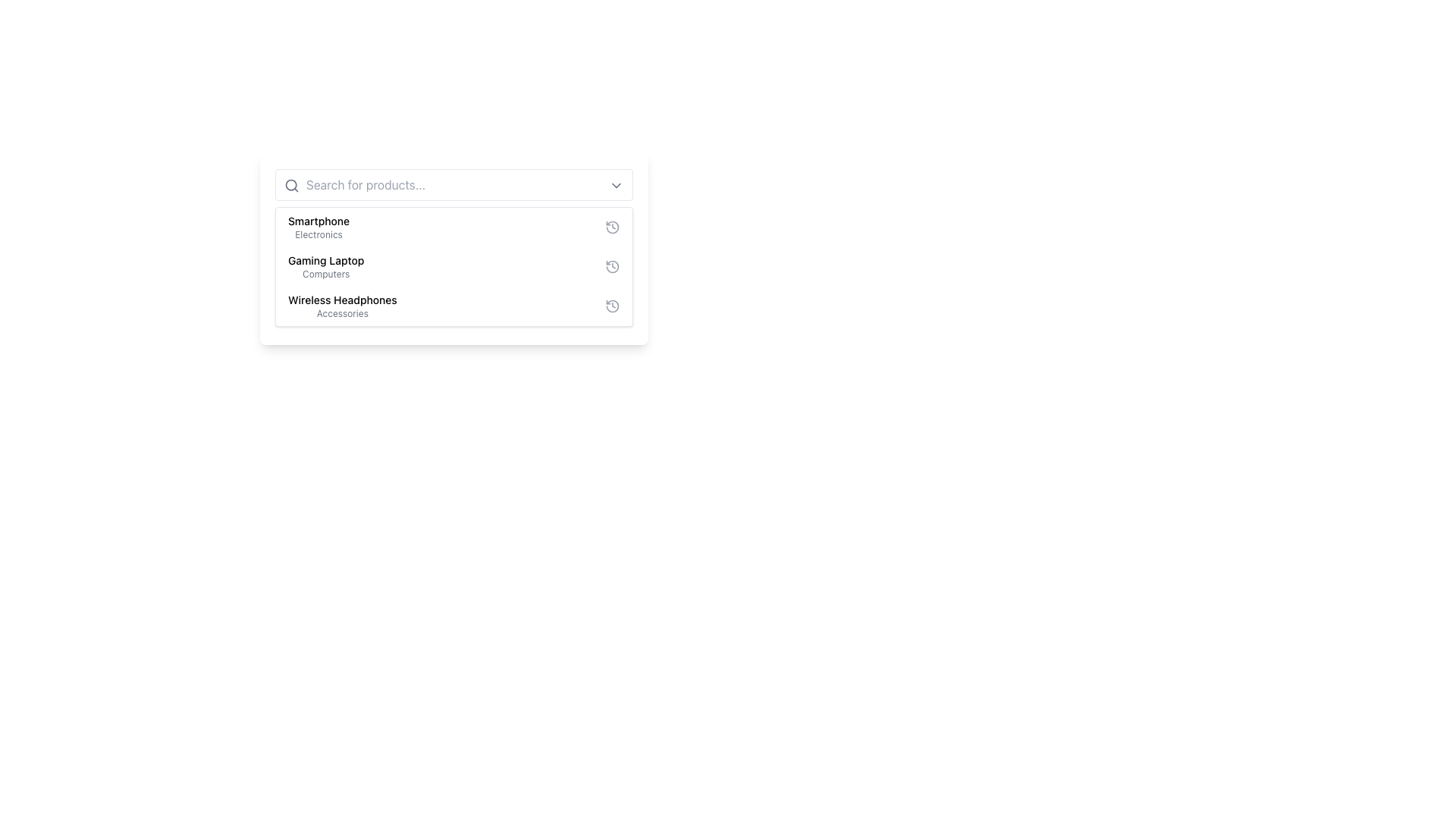 This screenshot has width=1456, height=819. What do you see at coordinates (341, 312) in the screenshot?
I see `text content of the label displaying 'Accessories', which is located directly beneath the 'Wireless Headphones' title in a smaller light gray font` at bounding box center [341, 312].